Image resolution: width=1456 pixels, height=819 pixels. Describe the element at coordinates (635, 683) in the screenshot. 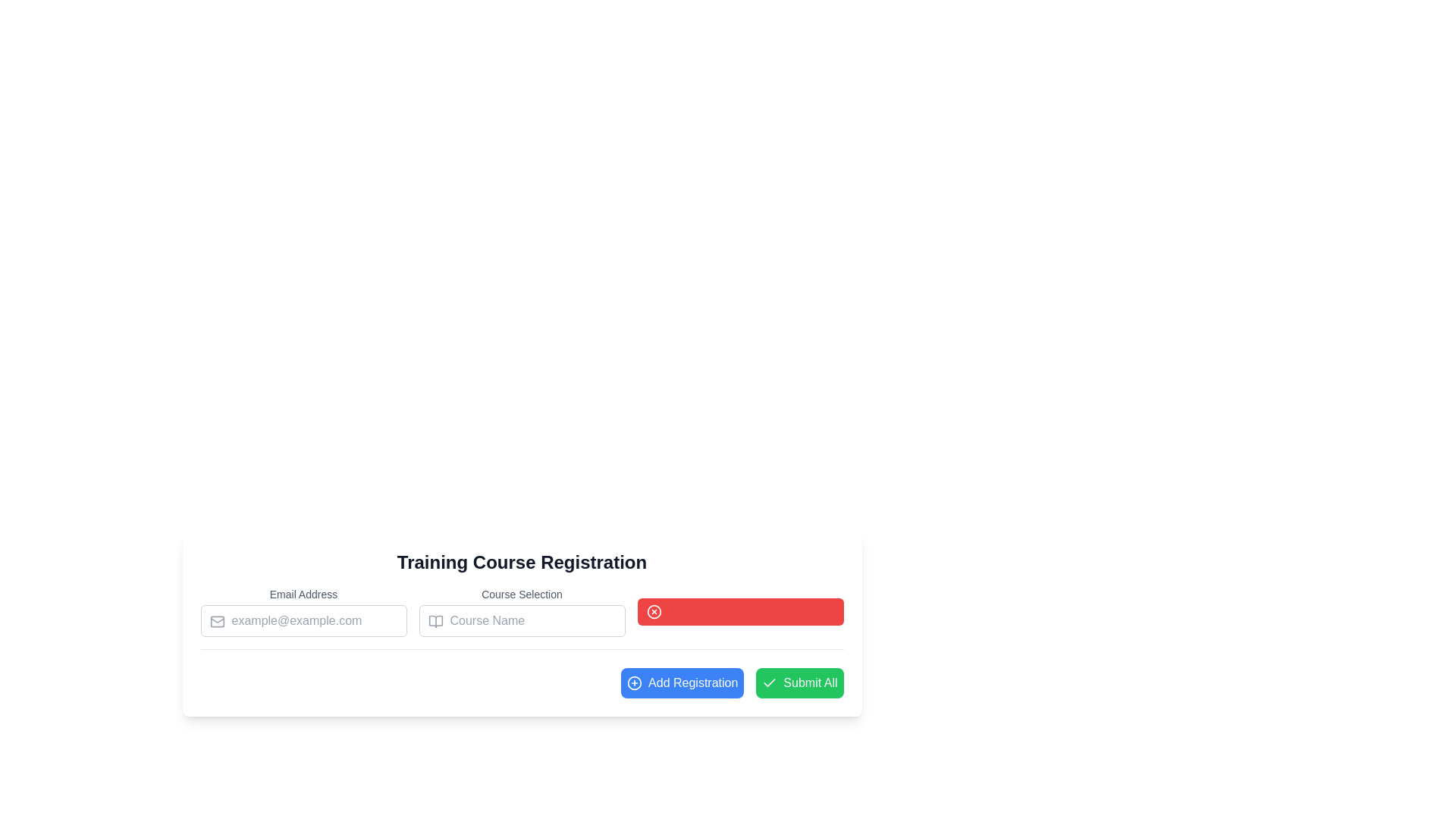

I see `the blue circular part of the plus icon in the 'Add Registration' button, which is located to the left of the text label 'Add Registration'` at that location.